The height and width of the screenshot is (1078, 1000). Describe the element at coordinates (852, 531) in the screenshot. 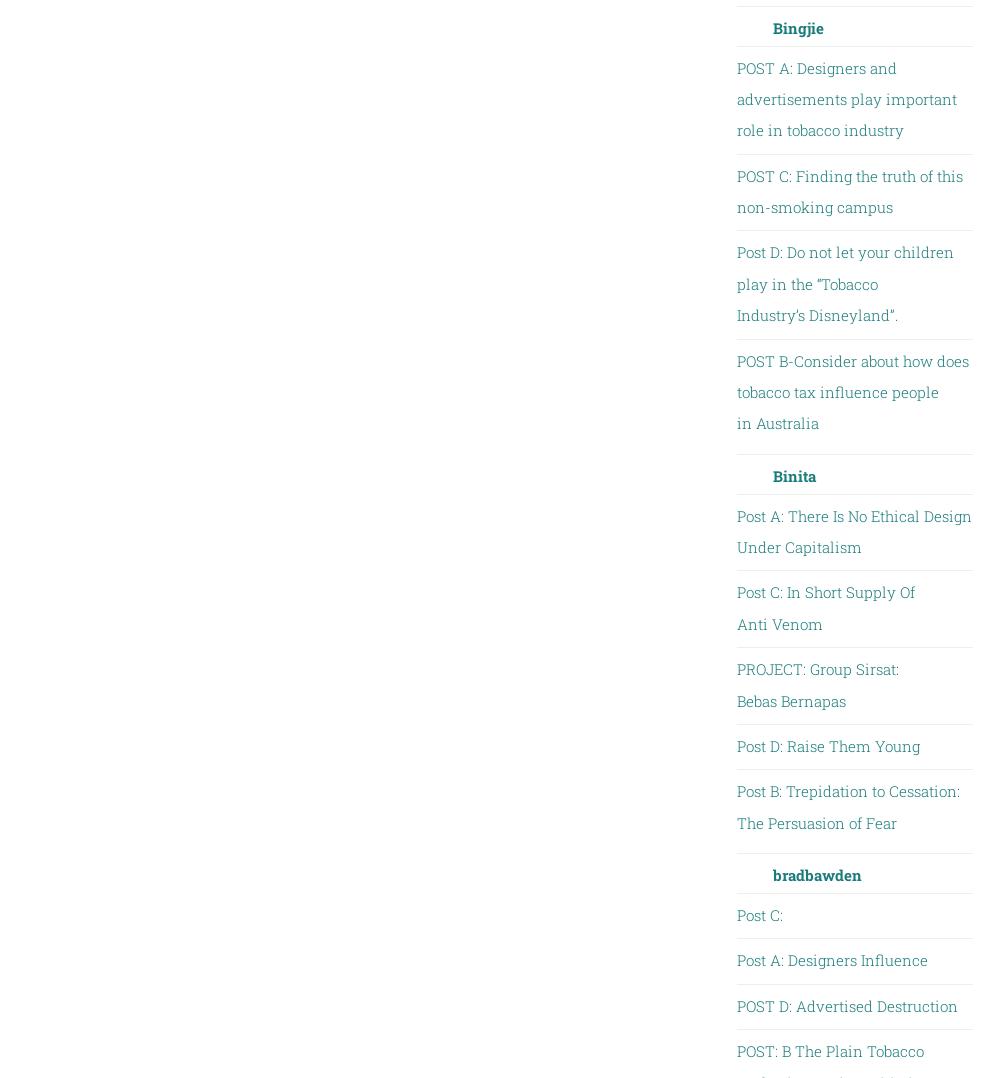

I see `'Post A: There Is No Ethical Design Under Capitalism'` at that location.